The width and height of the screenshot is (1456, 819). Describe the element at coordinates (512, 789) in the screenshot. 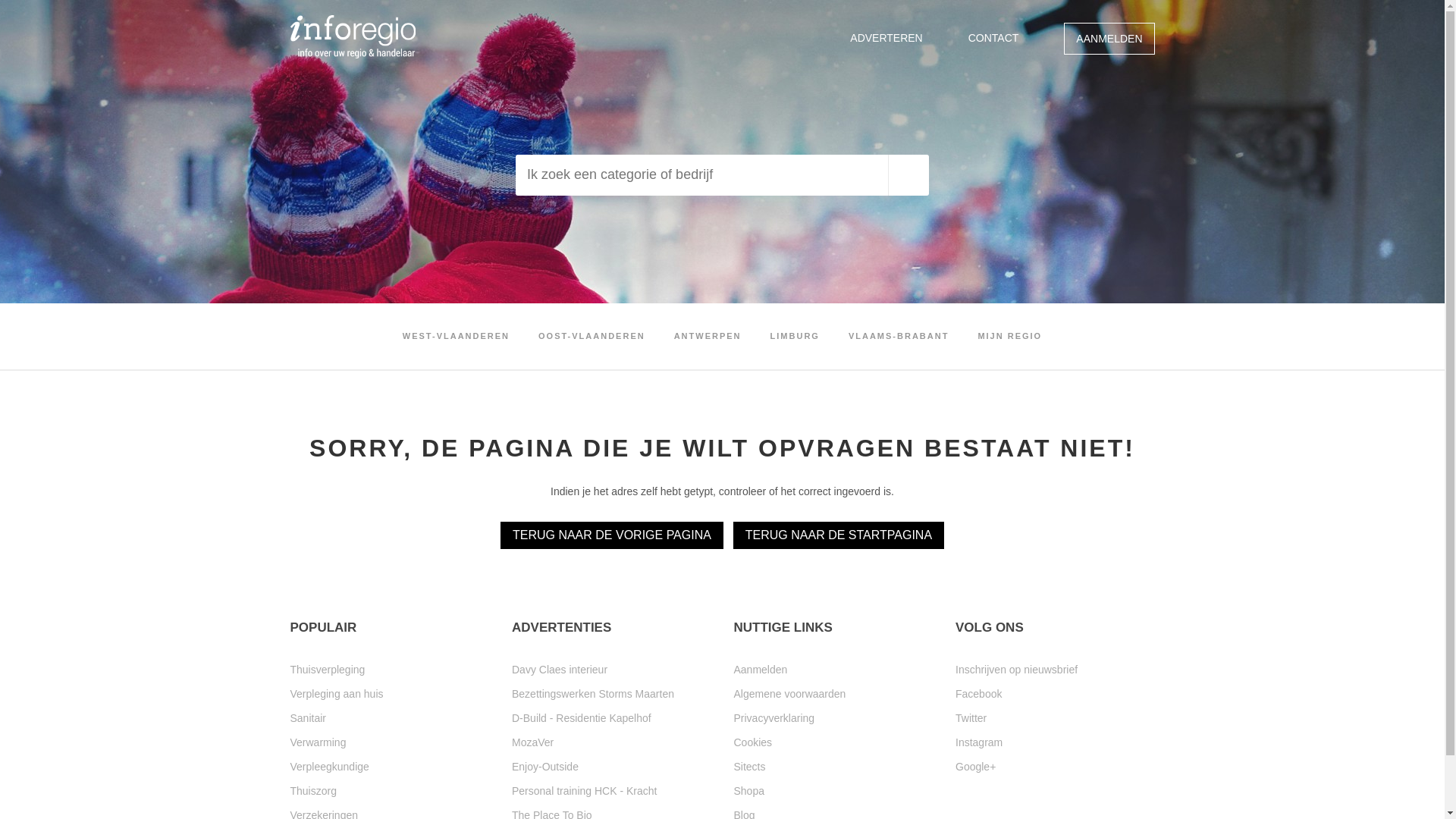

I see `'Personal training HCK - Kracht'` at that location.